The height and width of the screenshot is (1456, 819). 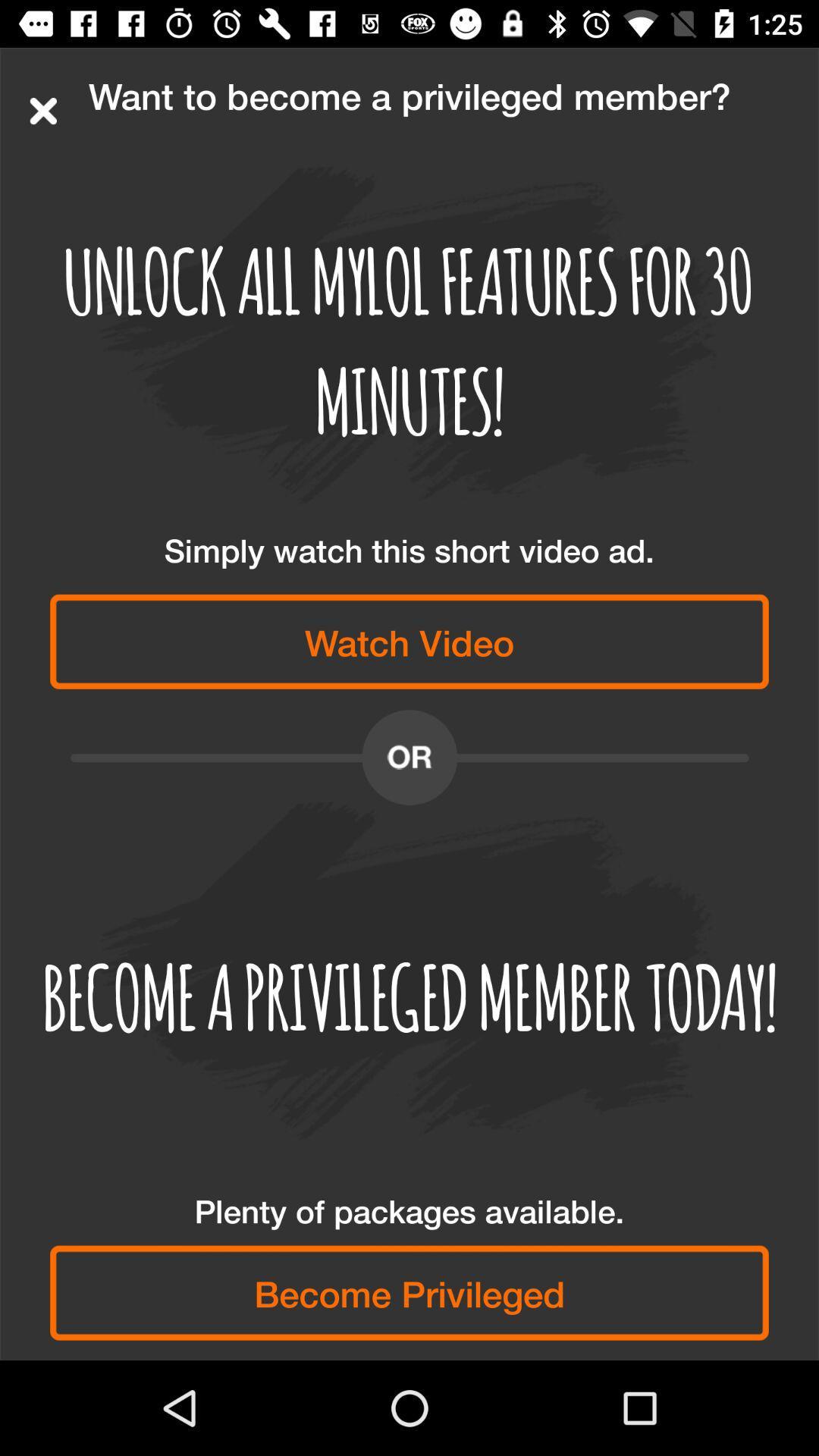 What do you see at coordinates (42, 110) in the screenshot?
I see `icon to the left of the want to become` at bounding box center [42, 110].